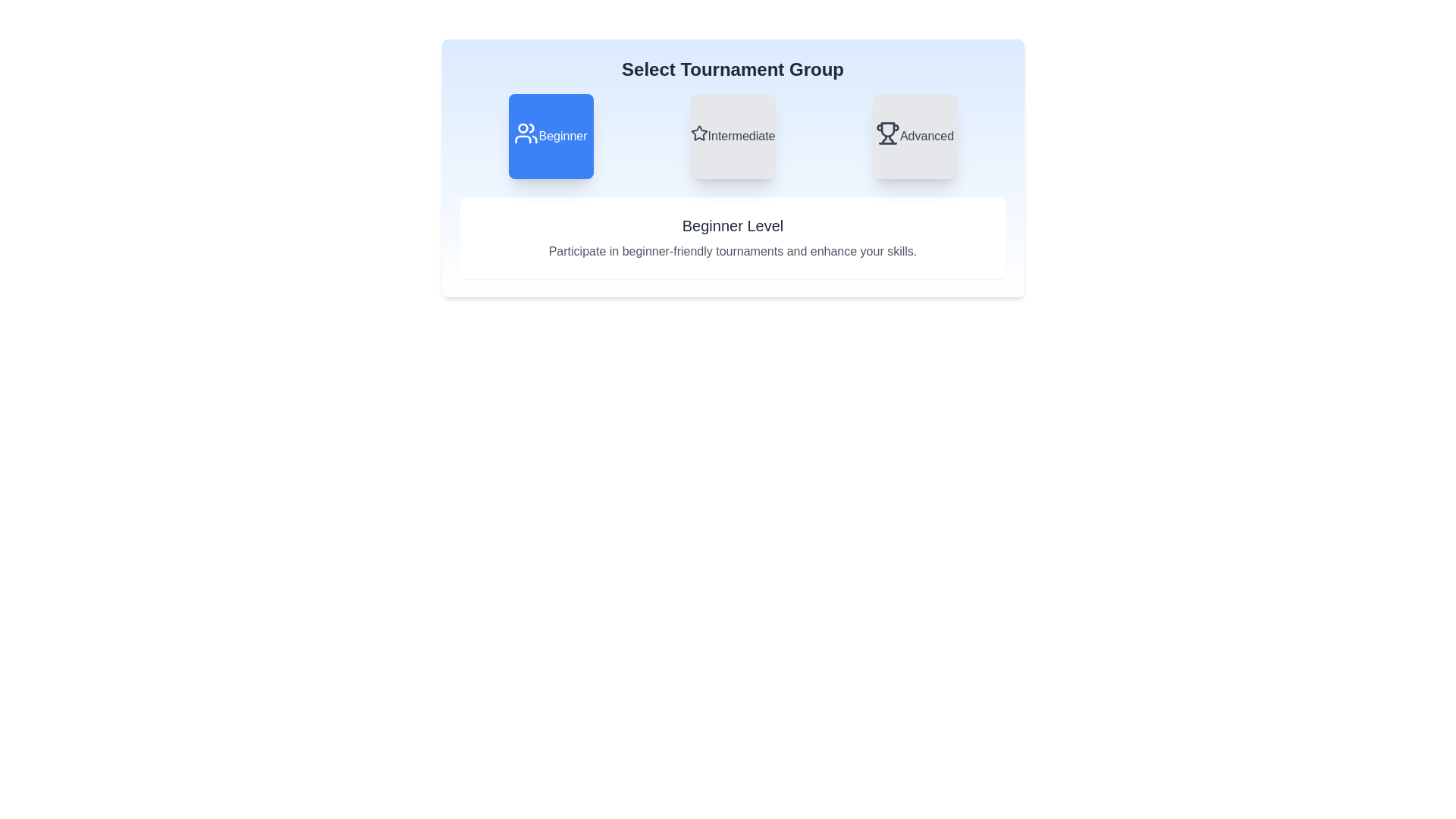 The width and height of the screenshot is (1456, 819). I want to click on text label indicating the category of the card as 'Advanced', located at the bottom of the third card under the 'Select Tournament Group' header, so click(926, 136).